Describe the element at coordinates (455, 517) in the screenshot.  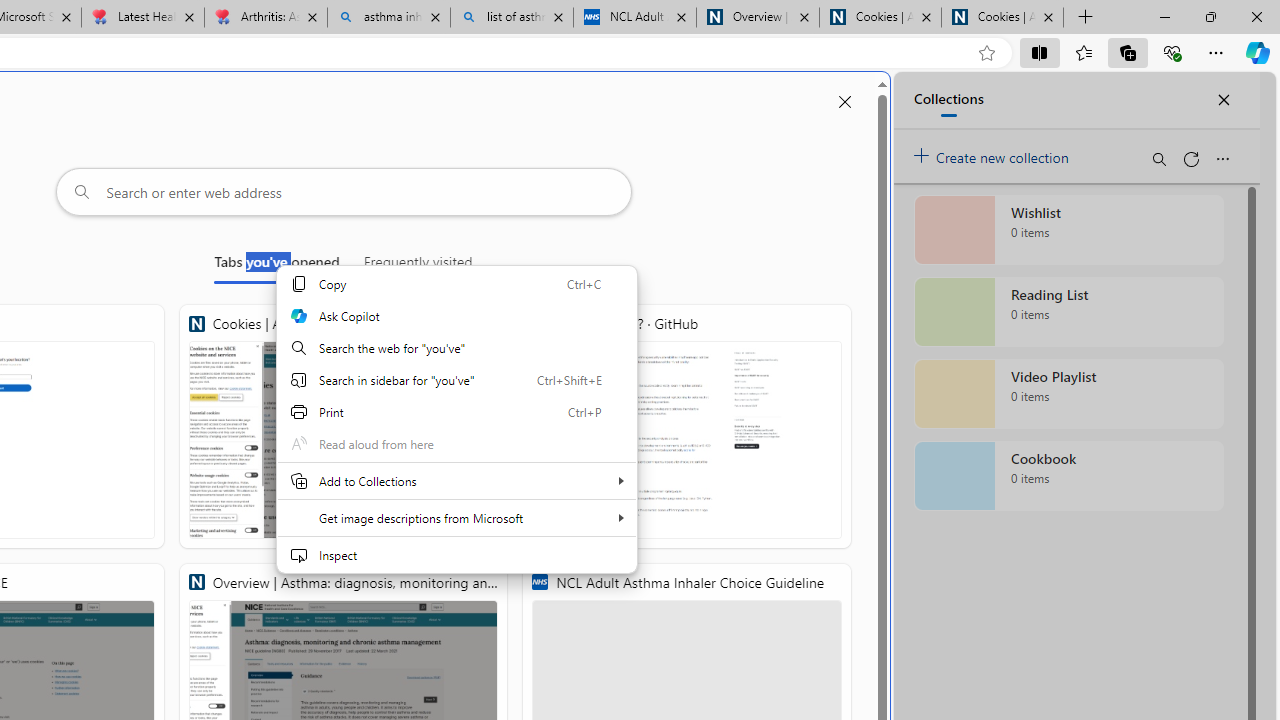
I see `'Get image descriptions from Microsoft'` at that location.